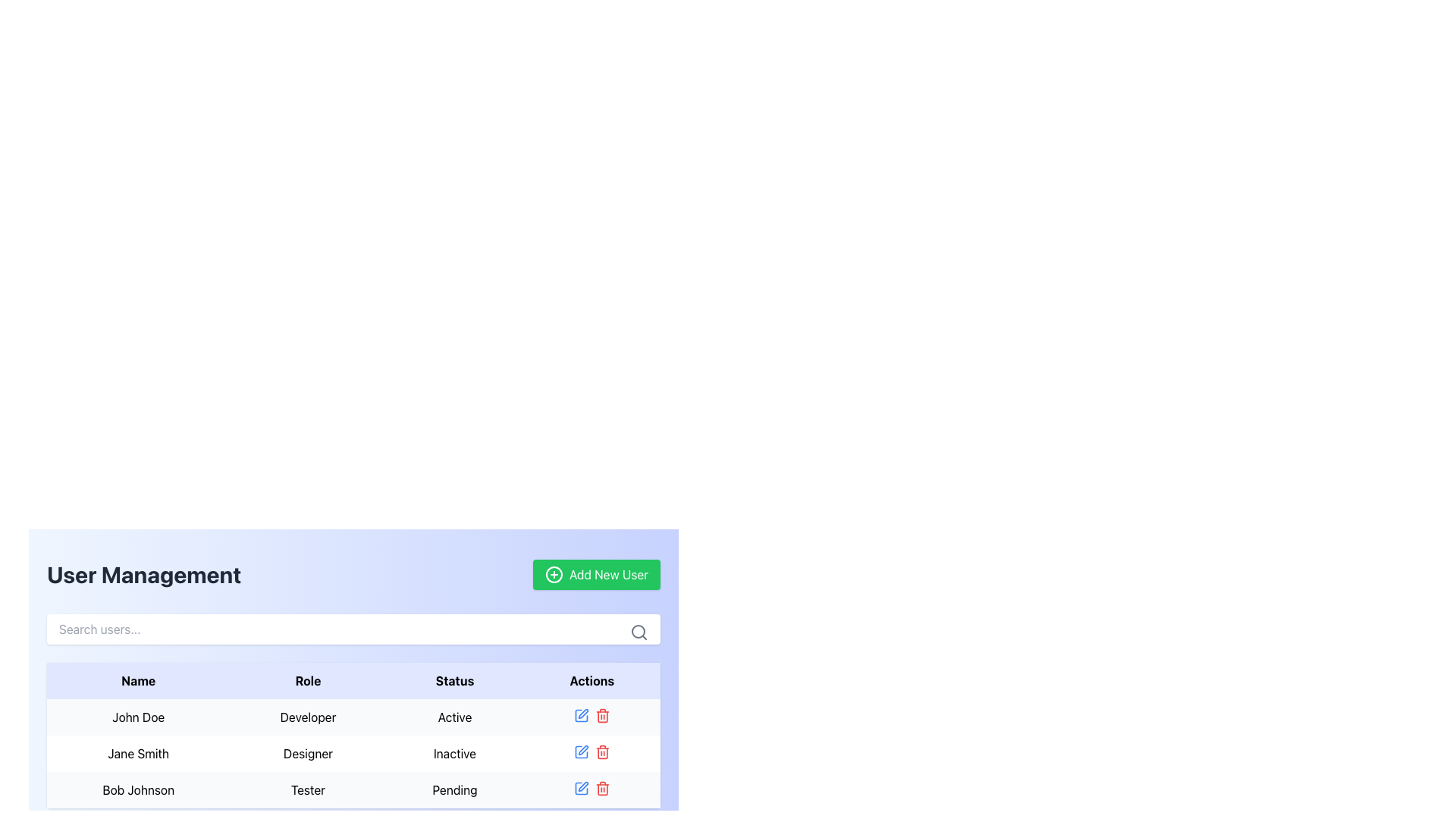 The image size is (1456, 819). Describe the element at coordinates (580, 752) in the screenshot. I see `the square-shaped icon with rounded corners styled as an outline, located in the 'Actions' column corresponding to 'Jane Smith' in the second row` at that location.